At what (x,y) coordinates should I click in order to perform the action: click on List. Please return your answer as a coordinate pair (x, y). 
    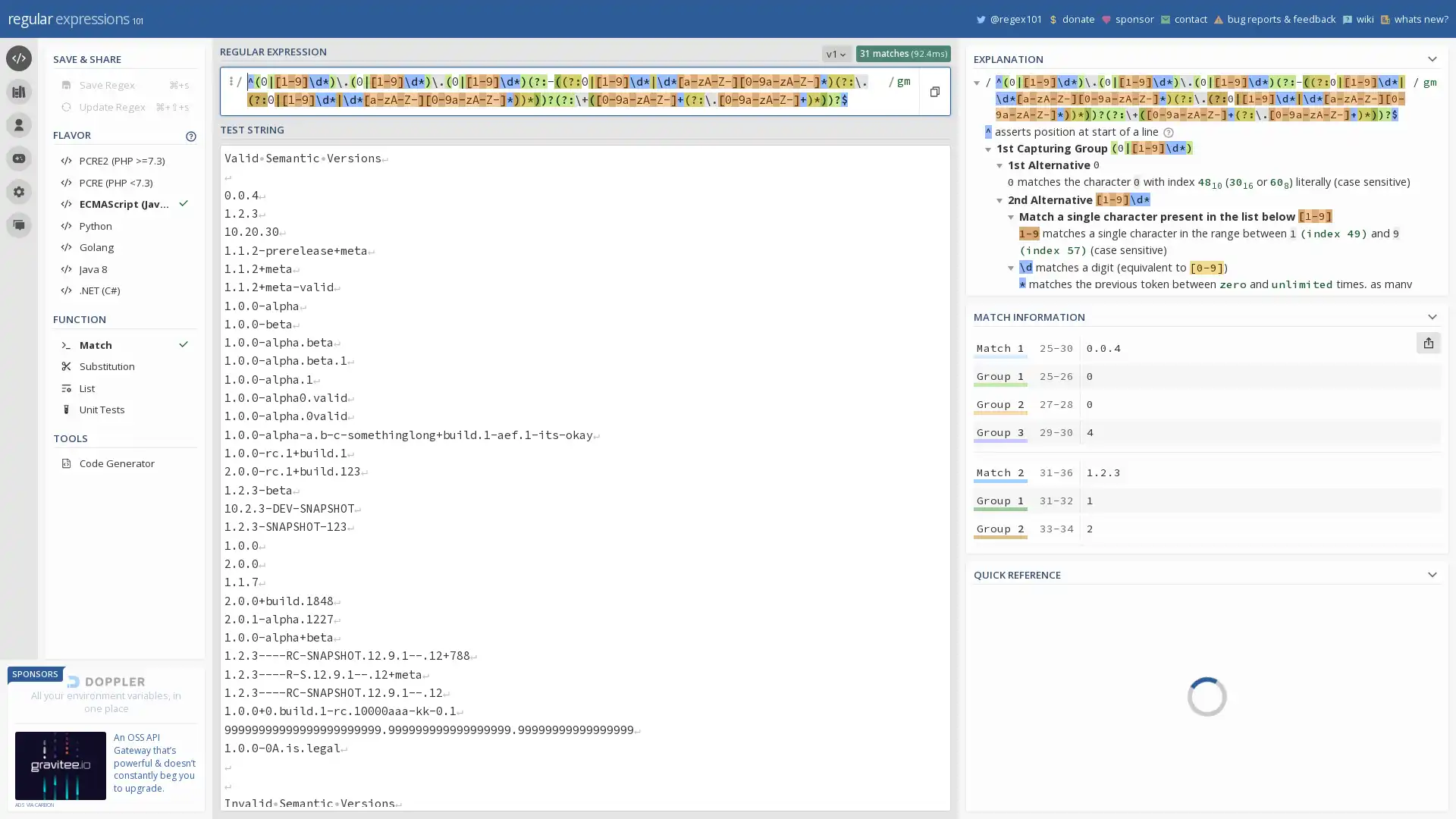
    Looking at the image, I should click on (124, 387).